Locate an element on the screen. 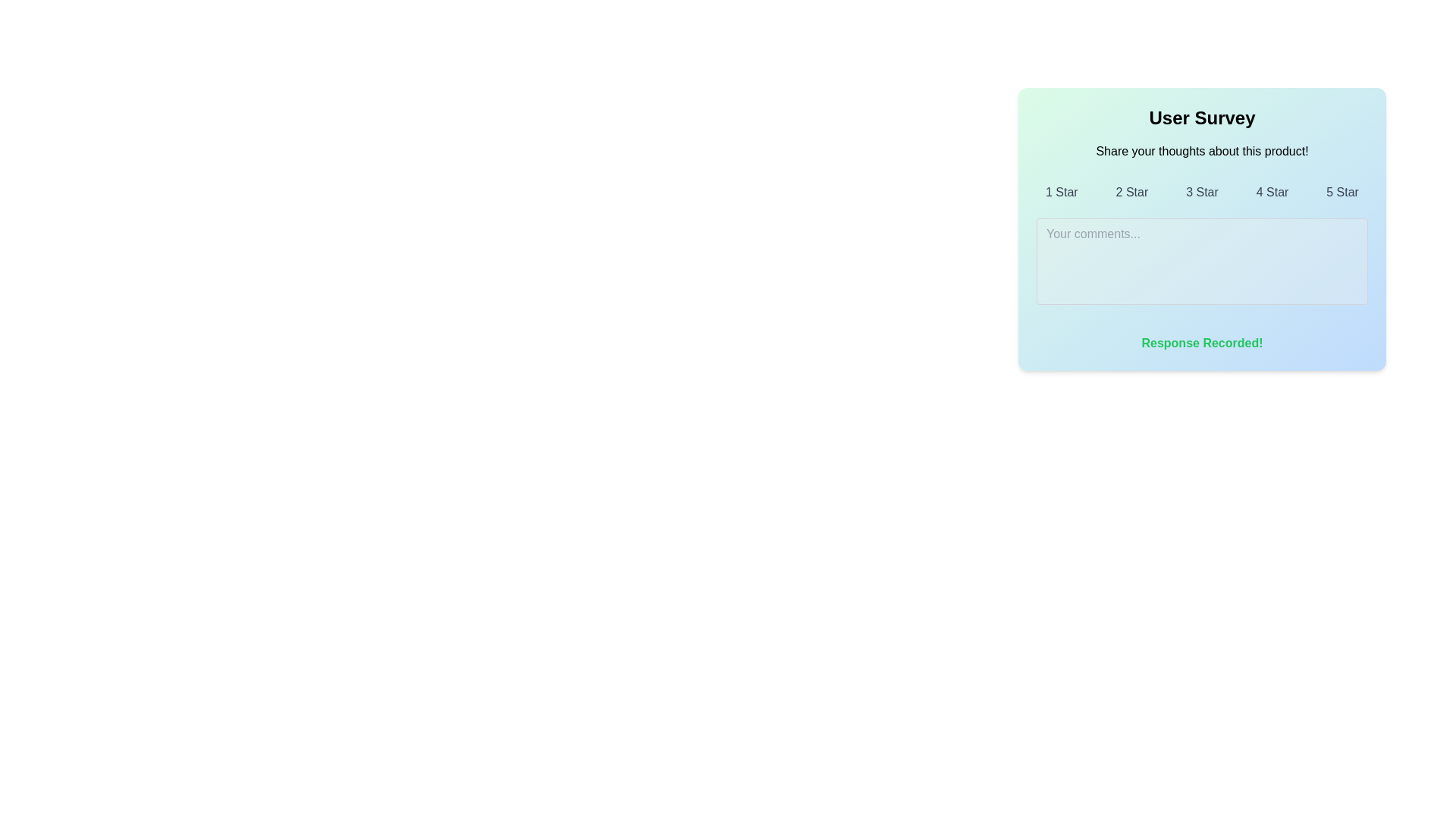  the confirmation message in the 'User Survey' card that indicates the user's response has been successfully recorded is located at coordinates (1201, 343).